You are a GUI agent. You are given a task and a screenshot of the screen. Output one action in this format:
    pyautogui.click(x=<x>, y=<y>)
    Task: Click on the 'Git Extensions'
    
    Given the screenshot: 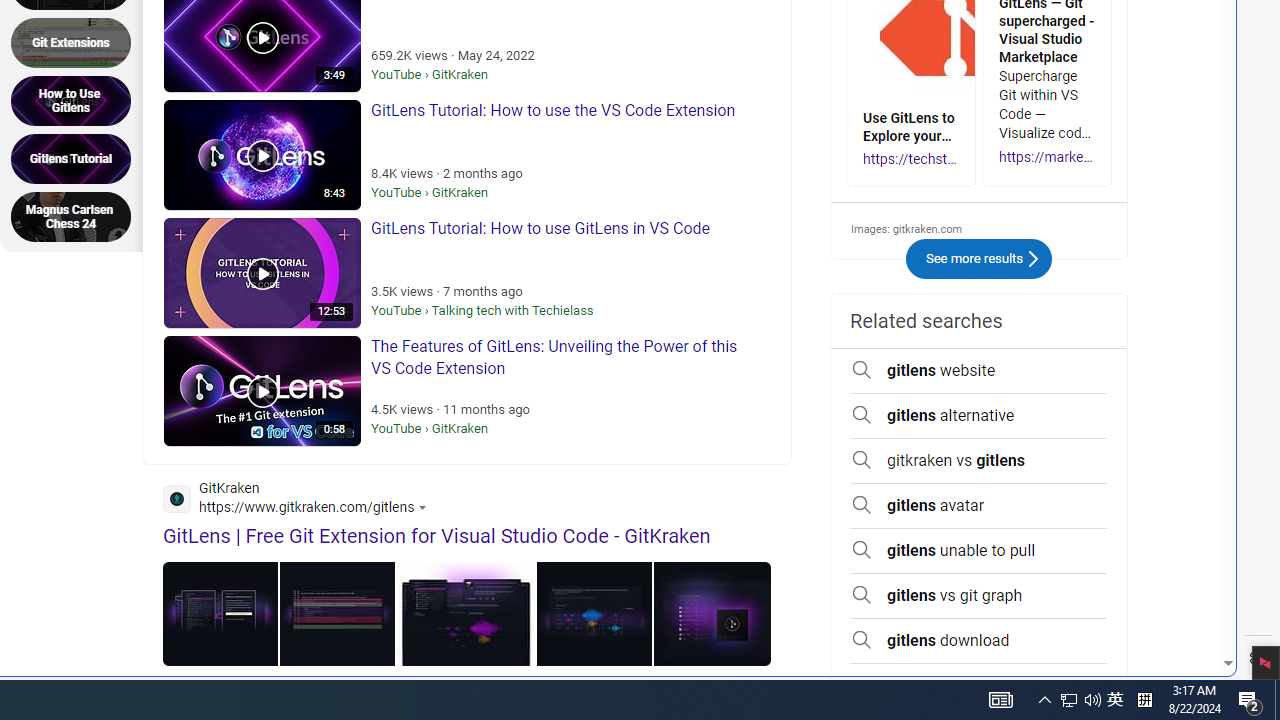 What is the action you would take?
    pyautogui.click(x=77, y=42)
    